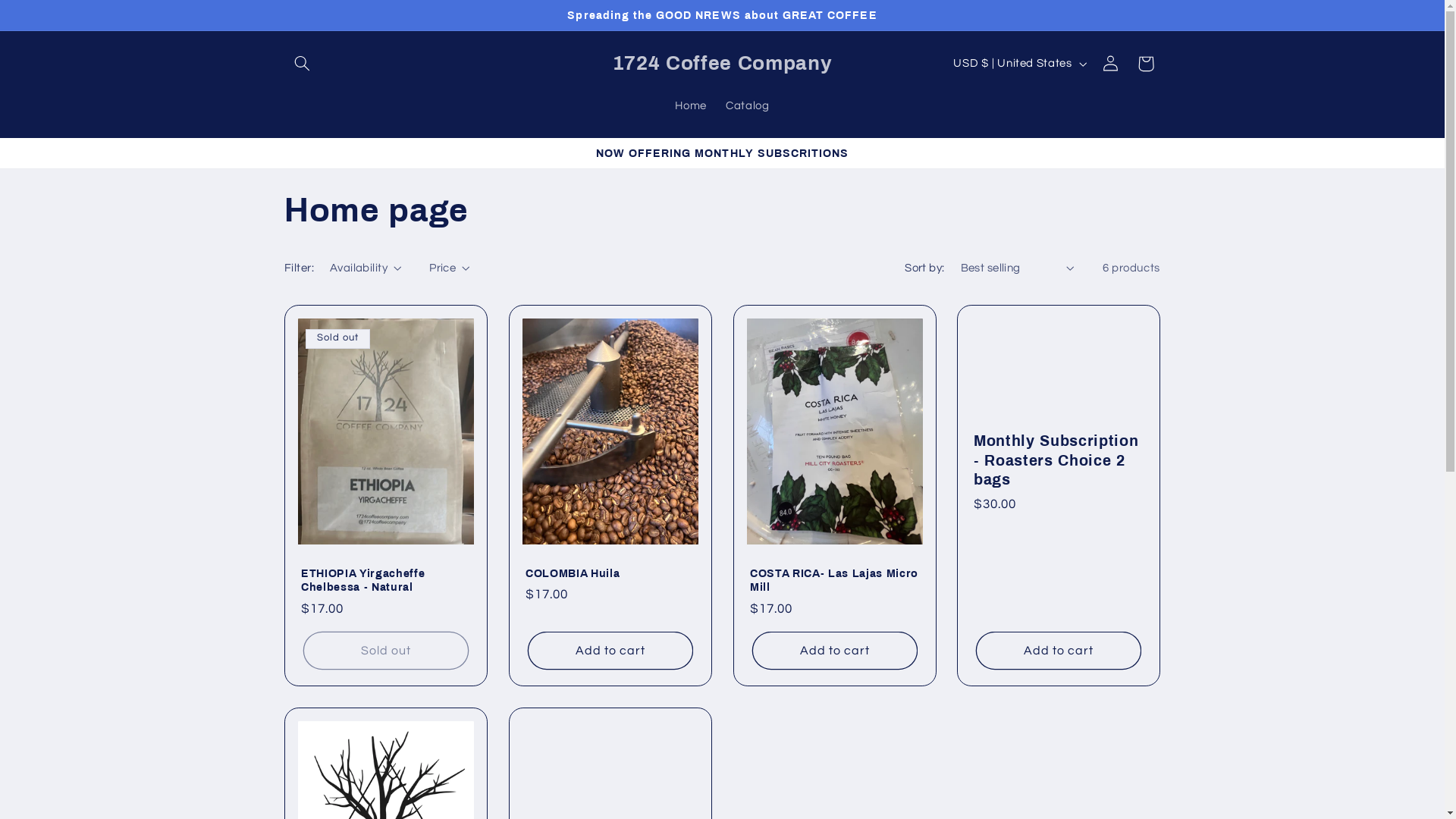 This screenshot has height=819, width=1456. I want to click on 'Add to cart', so click(975, 650).